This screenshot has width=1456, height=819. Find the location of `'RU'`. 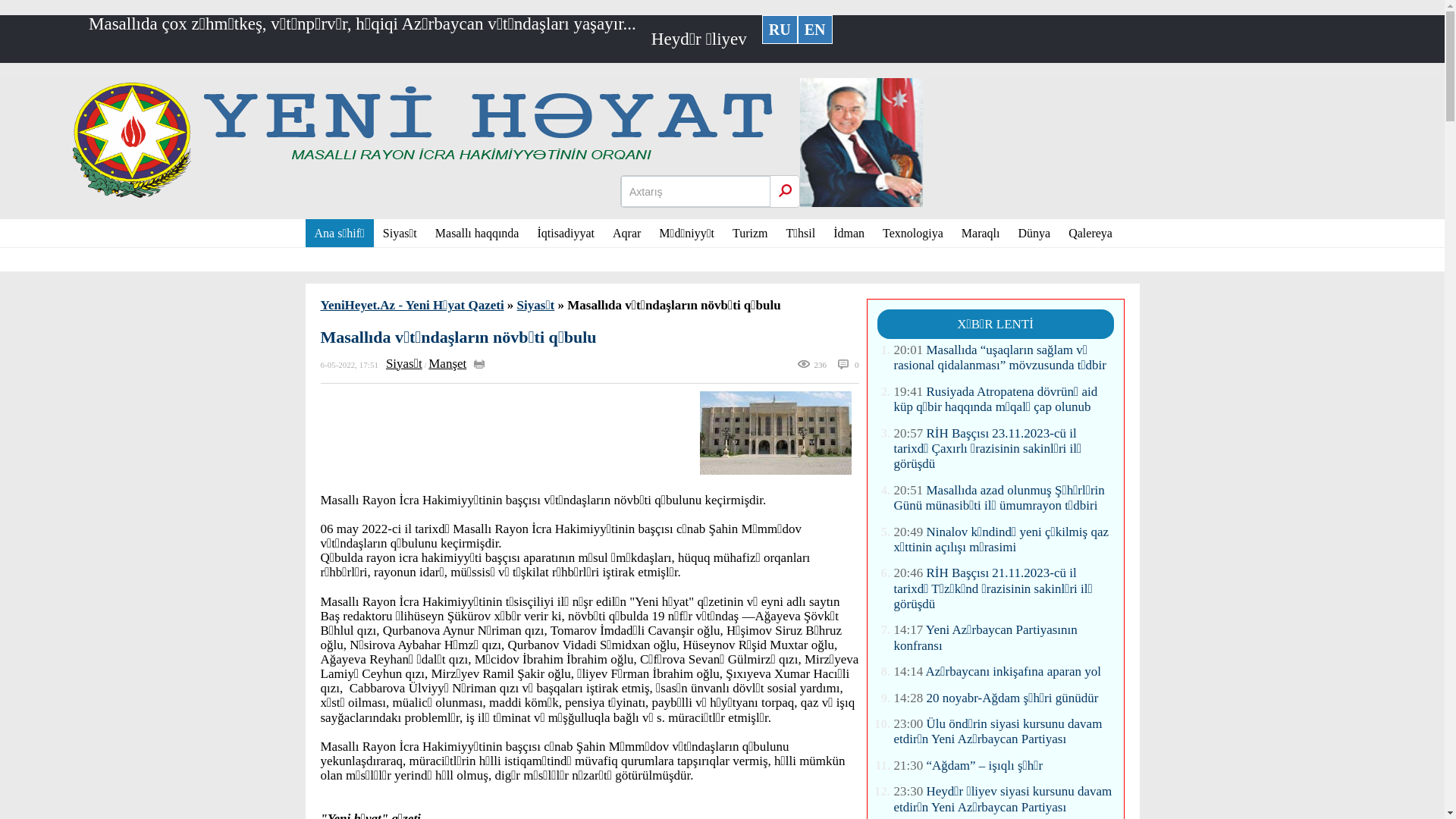

'RU' is located at coordinates (761, 29).